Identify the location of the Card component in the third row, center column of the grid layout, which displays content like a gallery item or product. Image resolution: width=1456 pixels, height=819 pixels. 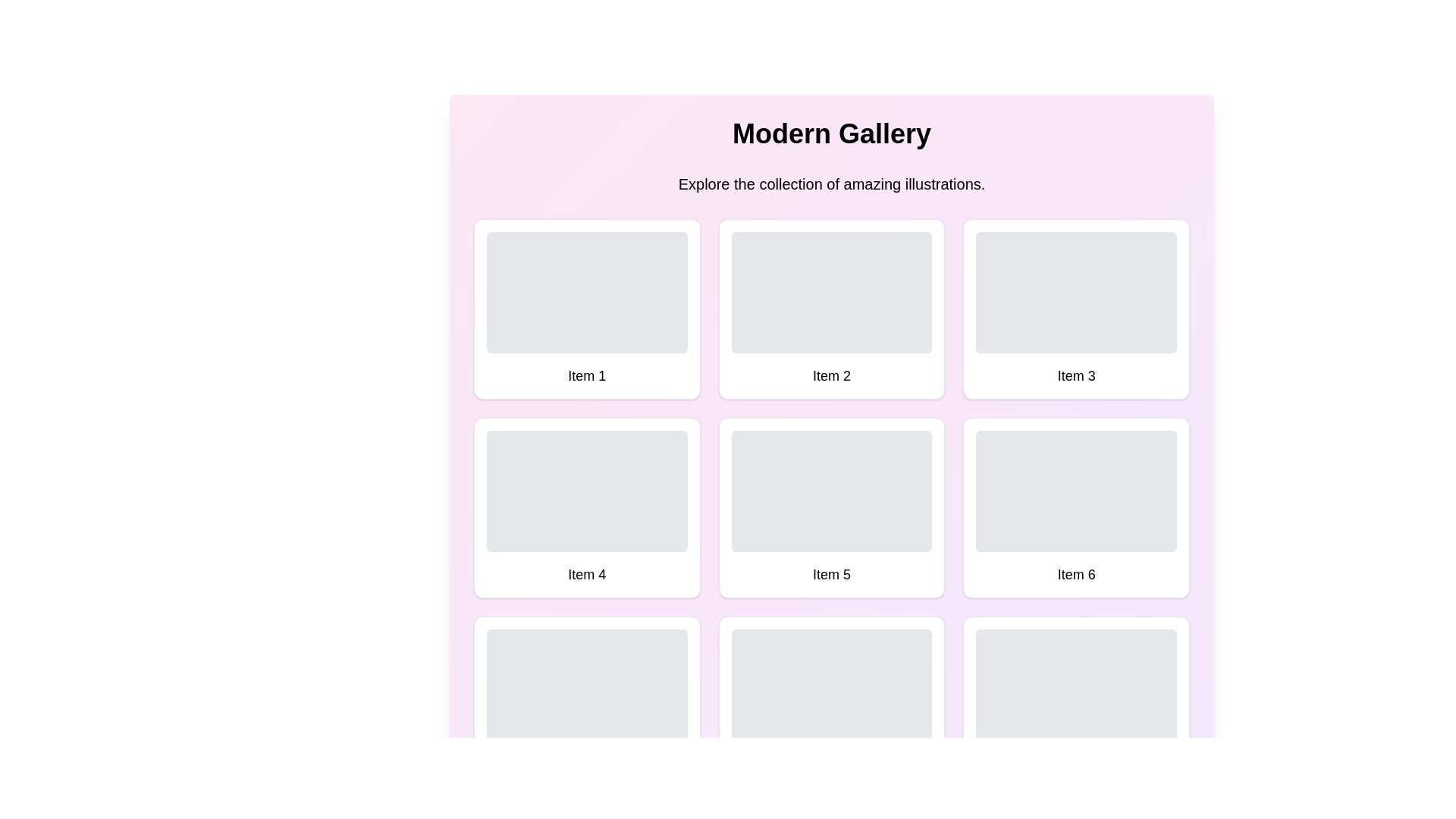
(830, 707).